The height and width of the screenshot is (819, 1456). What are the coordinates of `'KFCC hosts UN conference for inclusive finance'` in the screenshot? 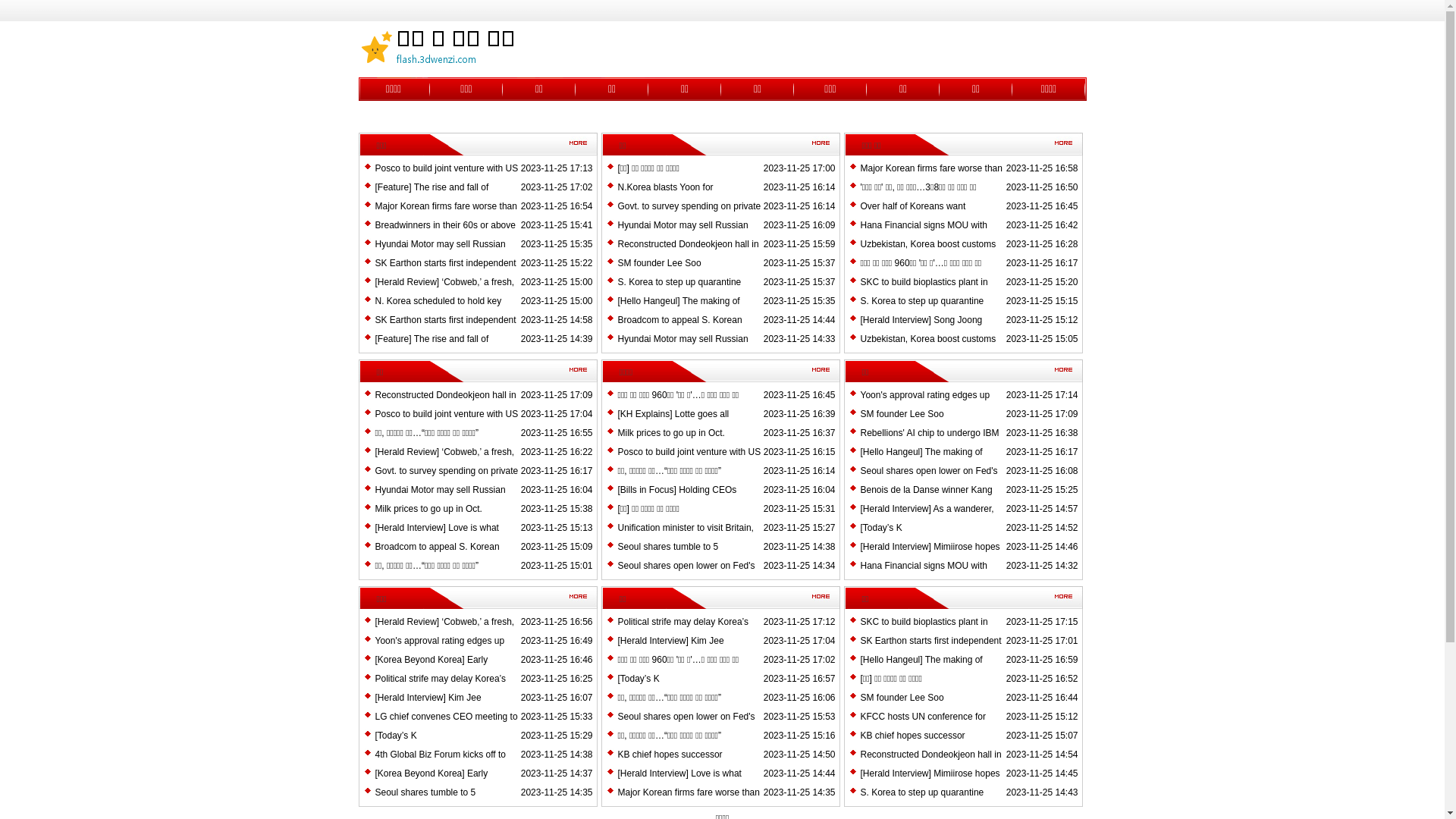 It's located at (921, 724).